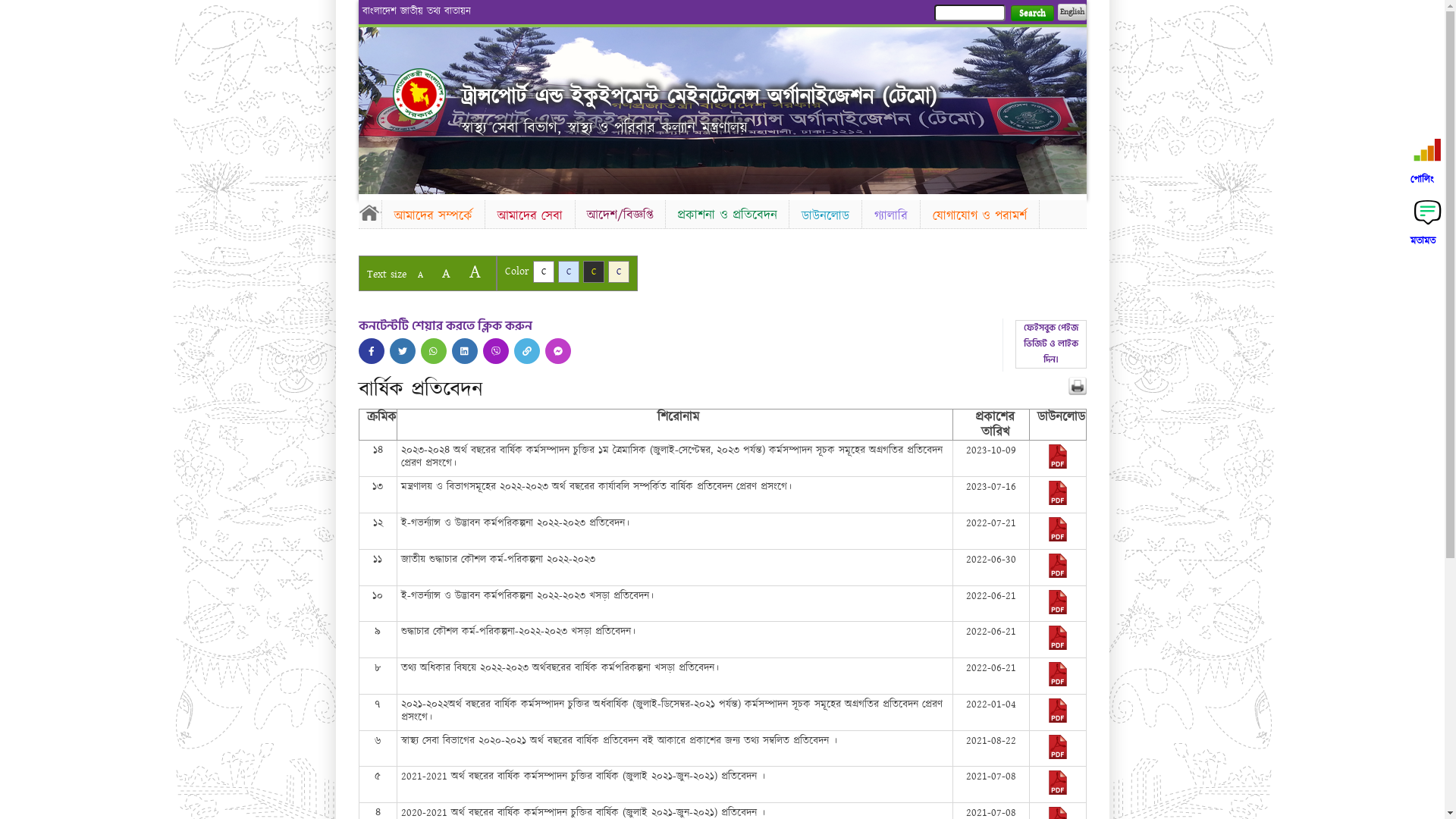  Describe the element at coordinates (1057, 791) in the screenshot. I see `'2021-07-08-10-36-38761399aa0b6e137771cf81bf619502.pdf'` at that location.